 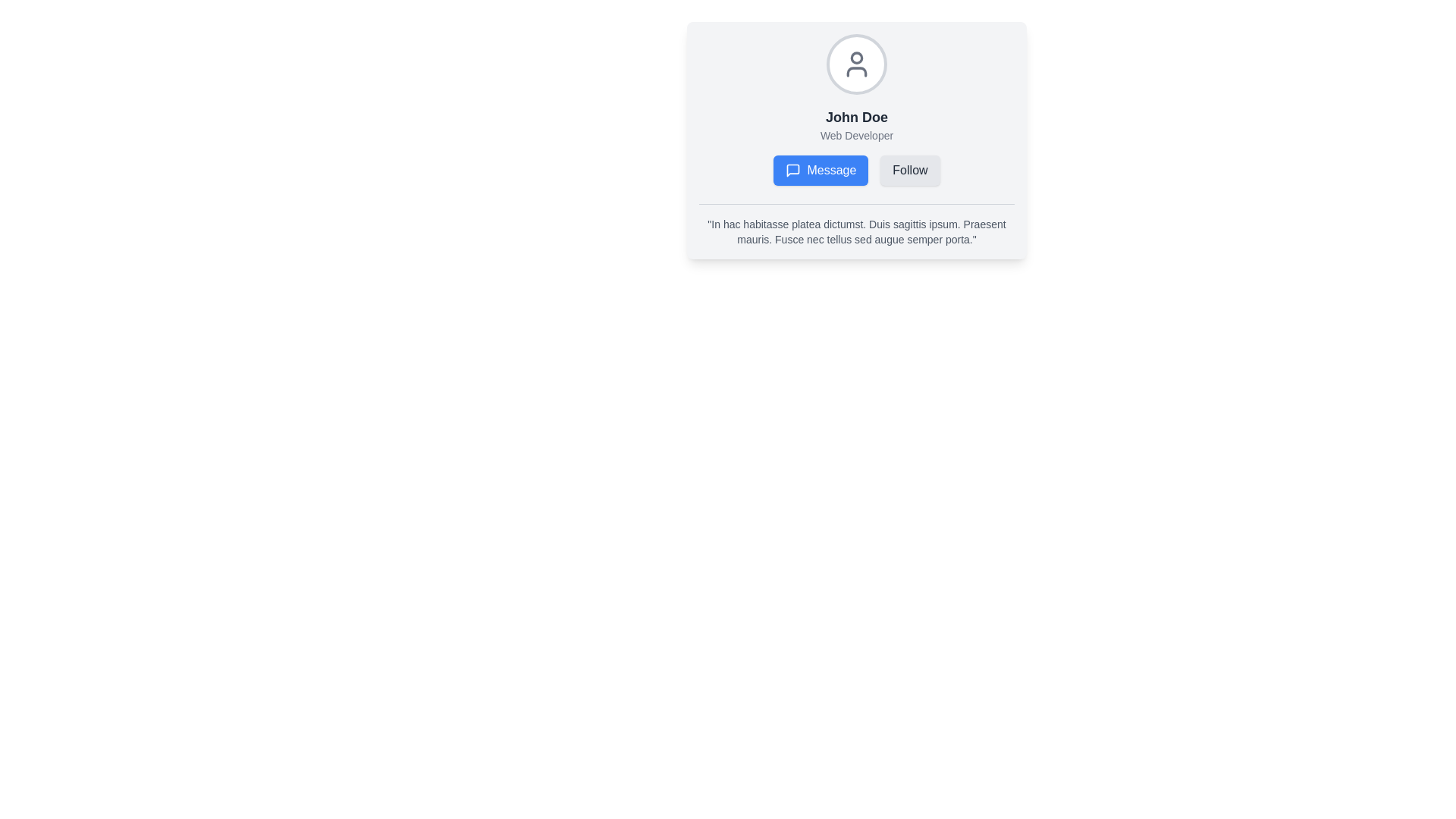 I want to click on the 'Follow' button located at the top-right corner of the card interface, next to the 'Message' button, to change its appearance, so click(x=910, y=170).